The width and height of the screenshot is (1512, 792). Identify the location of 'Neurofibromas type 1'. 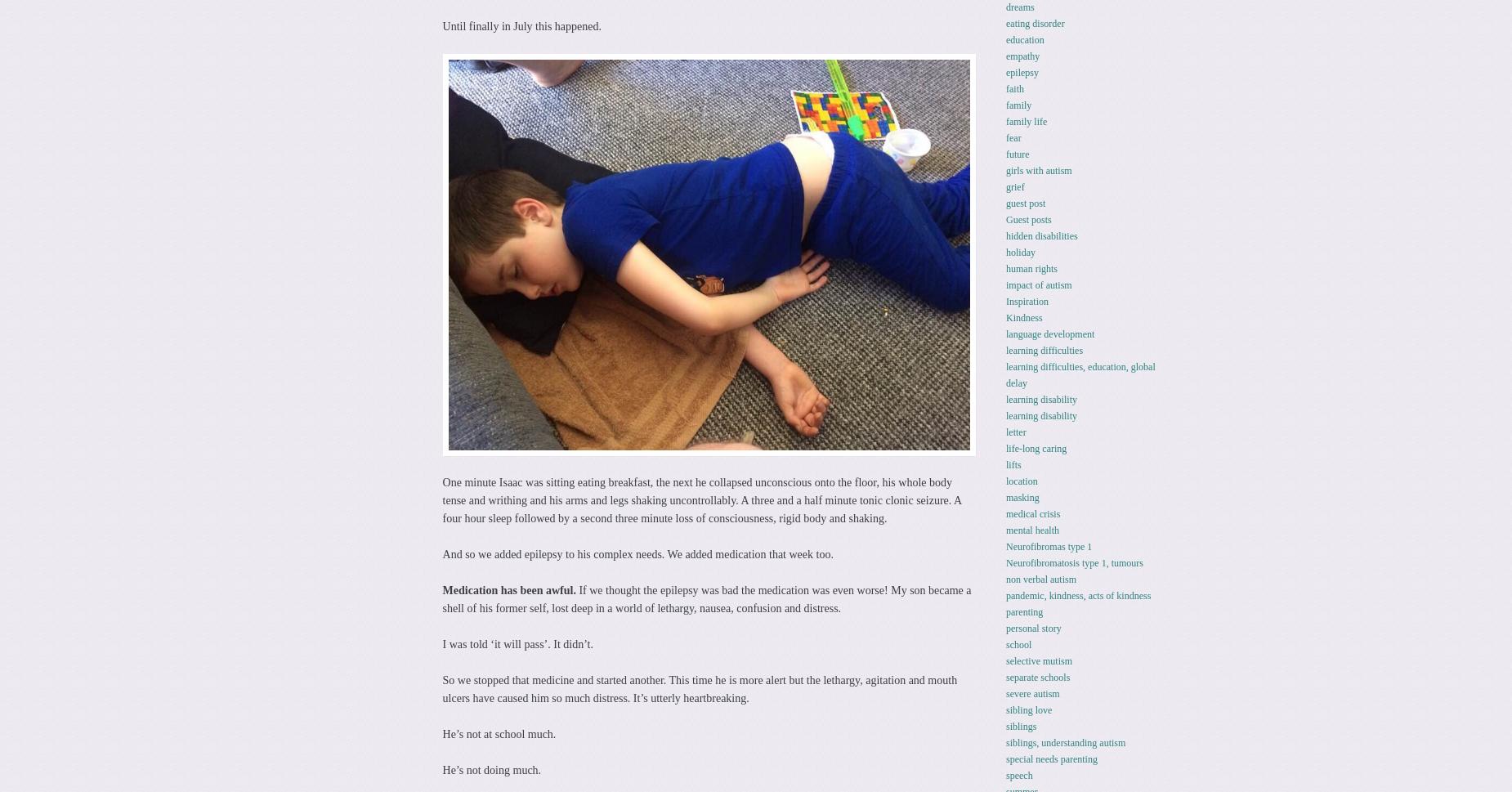
(1048, 545).